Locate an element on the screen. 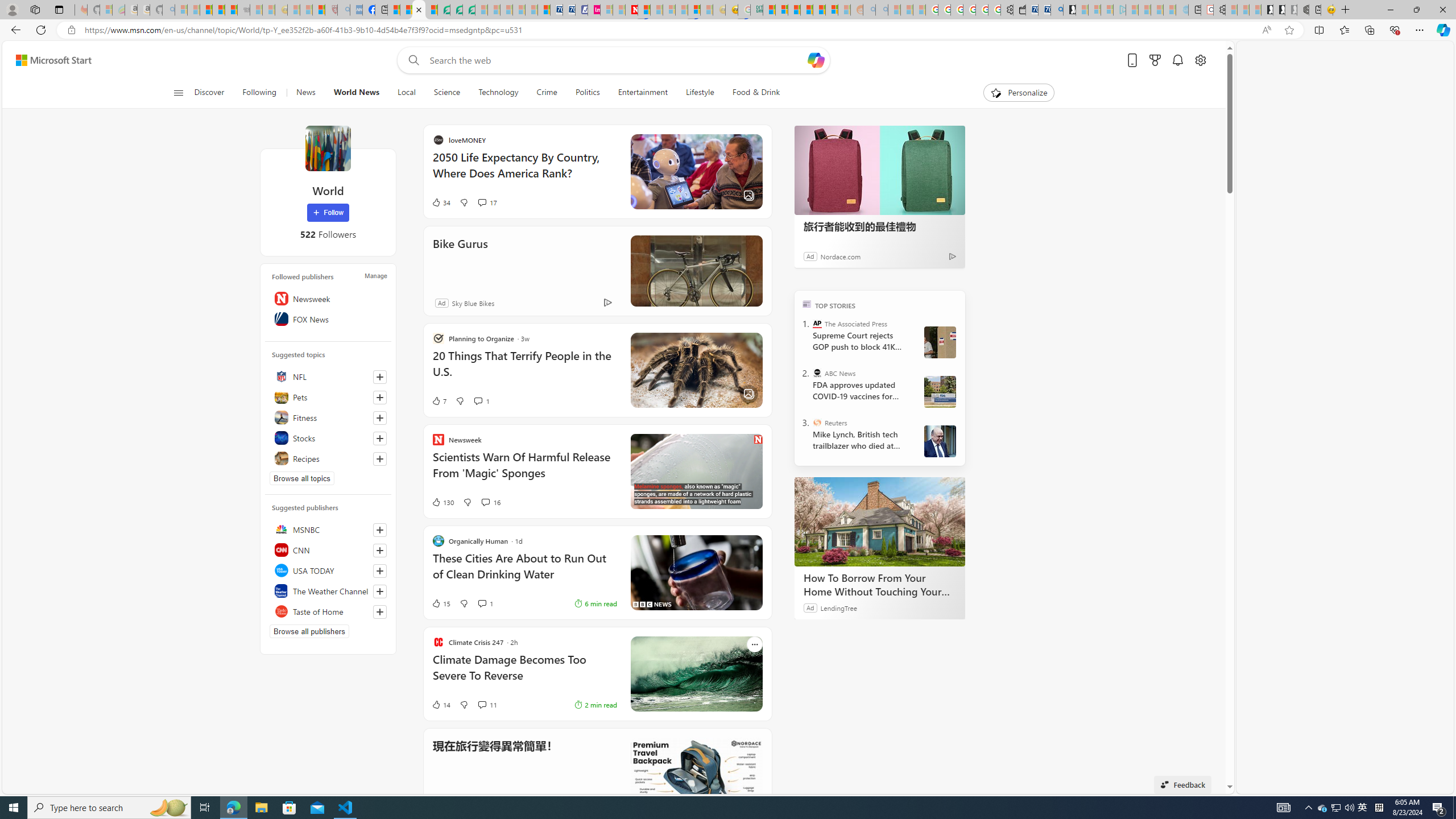 Image resolution: width=1456 pixels, height=819 pixels. 'The Weather Channel' is located at coordinates (327, 590).